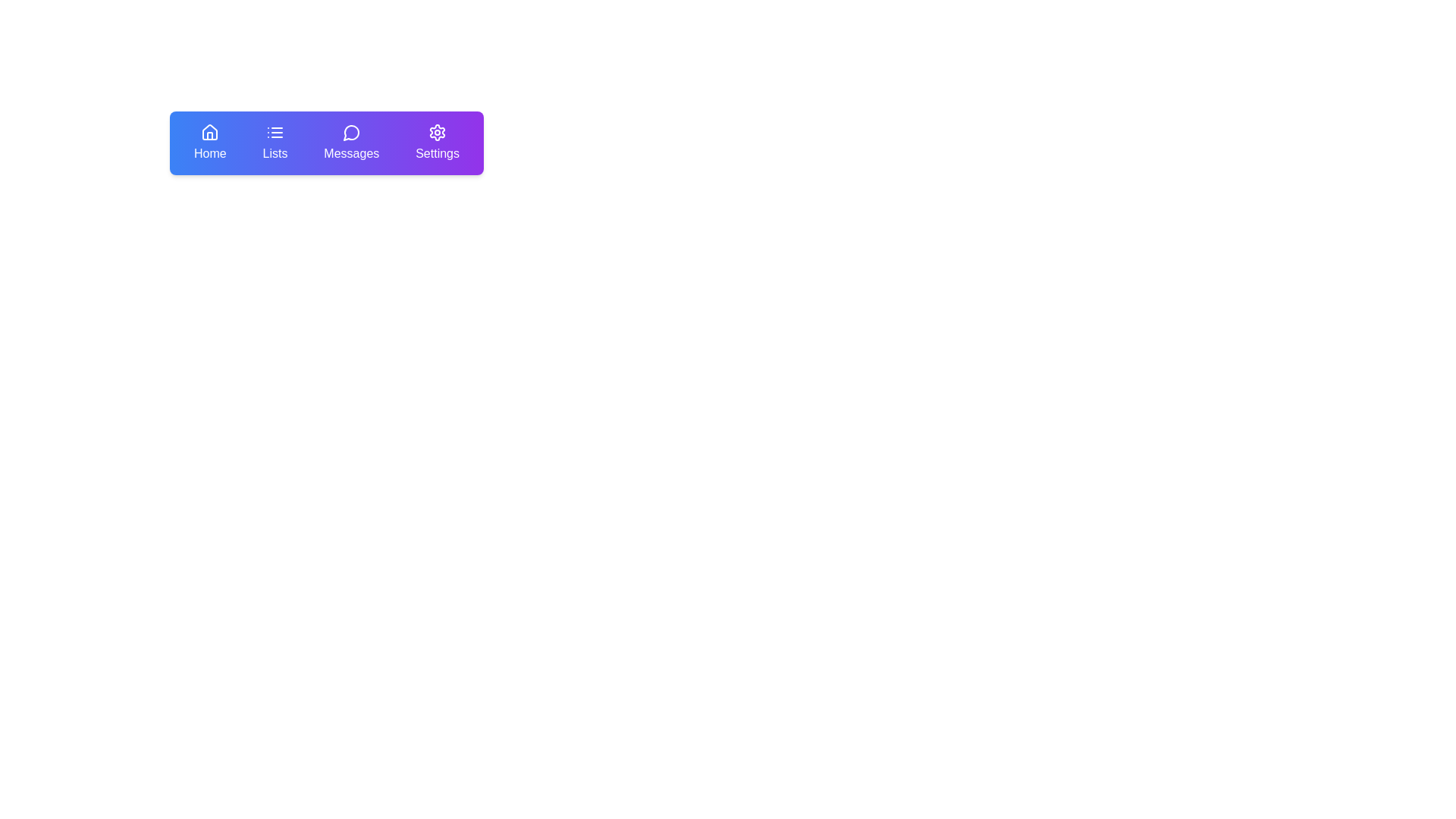 The width and height of the screenshot is (1456, 819). I want to click on the 'Lists' icon located in the navigation bar, which is the second item from the left, so click(275, 131).